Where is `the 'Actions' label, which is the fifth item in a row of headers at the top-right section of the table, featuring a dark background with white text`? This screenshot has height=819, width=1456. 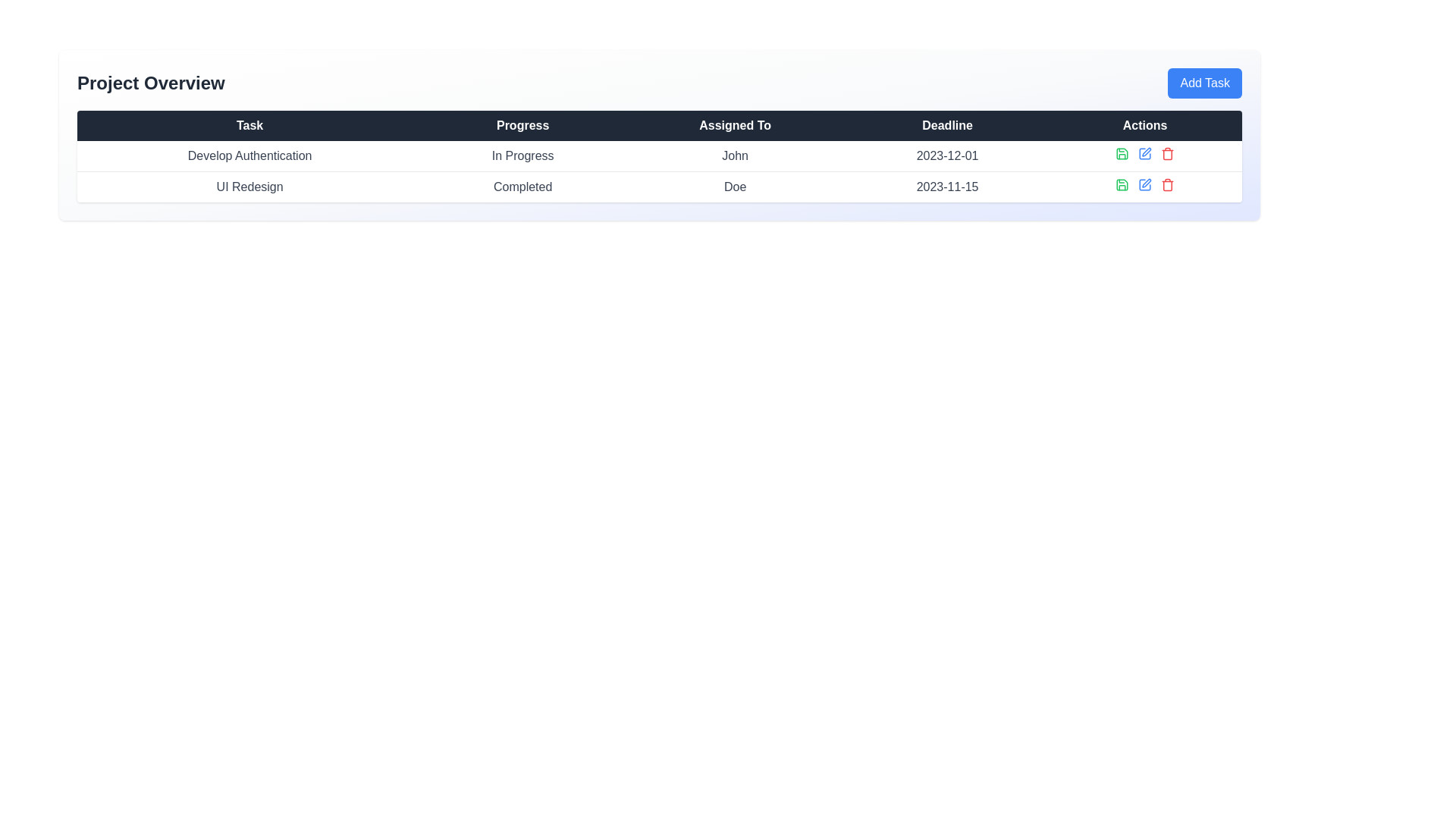
the 'Actions' label, which is the fifth item in a row of headers at the top-right section of the table, featuring a dark background with white text is located at coordinates (1145, 124).